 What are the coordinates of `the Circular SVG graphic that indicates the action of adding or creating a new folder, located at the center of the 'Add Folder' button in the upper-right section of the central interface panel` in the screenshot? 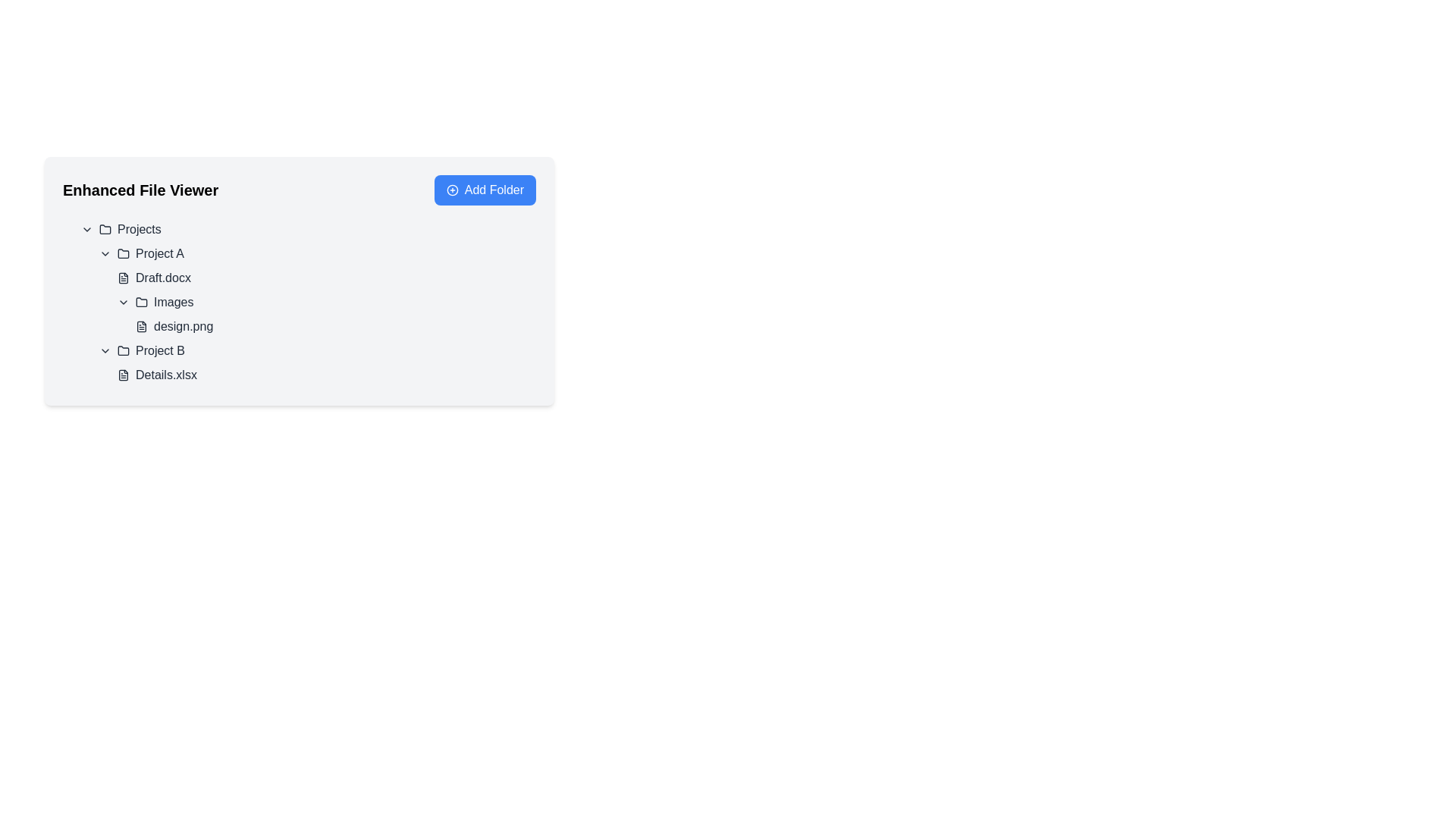 It's located at (451, 189).